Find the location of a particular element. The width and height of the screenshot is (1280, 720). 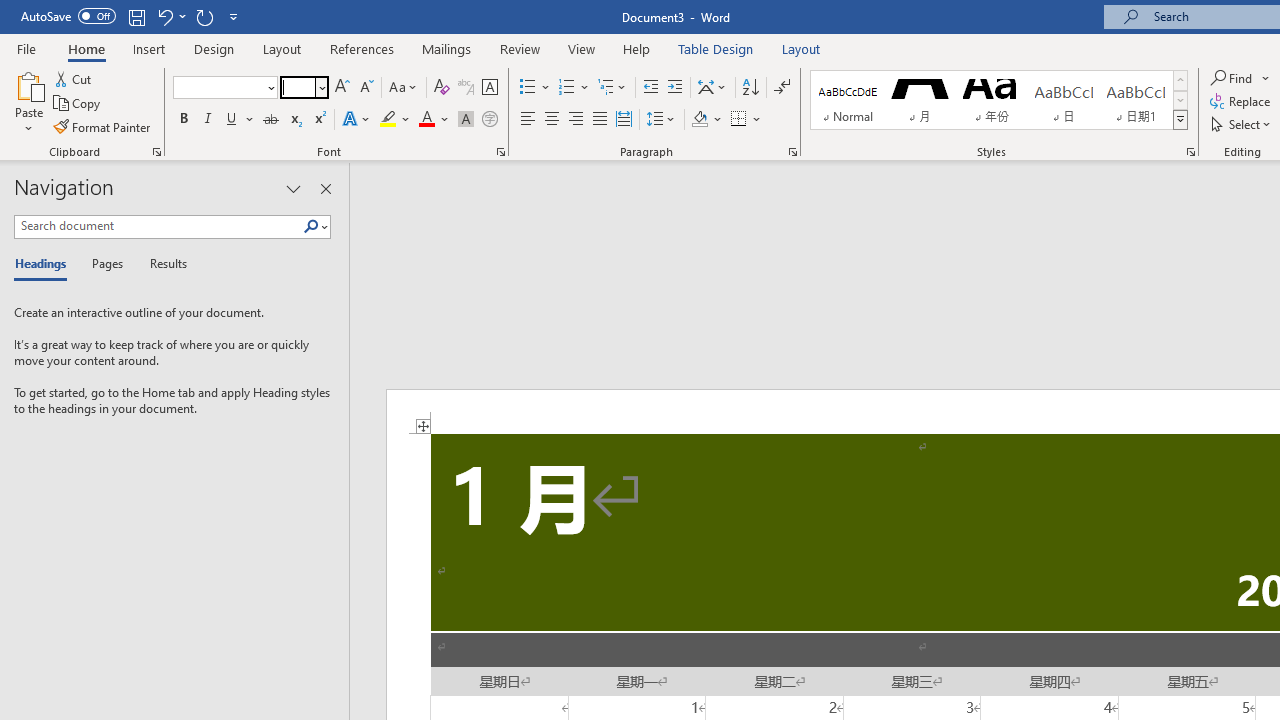

'Undo Apply Quick Style' is located at coordinates (164, 16).